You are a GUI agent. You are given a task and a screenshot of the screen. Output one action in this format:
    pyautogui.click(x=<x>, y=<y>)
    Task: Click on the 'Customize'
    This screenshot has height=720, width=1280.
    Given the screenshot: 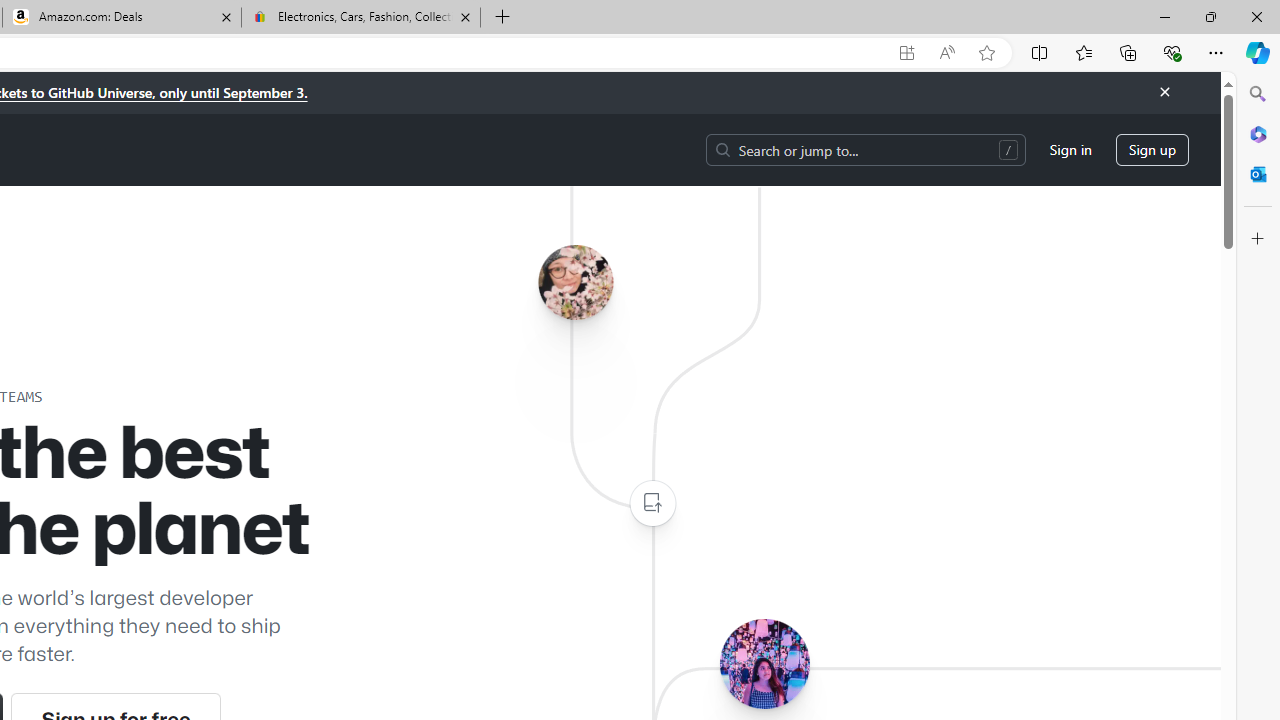 What is the action you would take?
    pyautogui.click(x=1257, y=238)
    